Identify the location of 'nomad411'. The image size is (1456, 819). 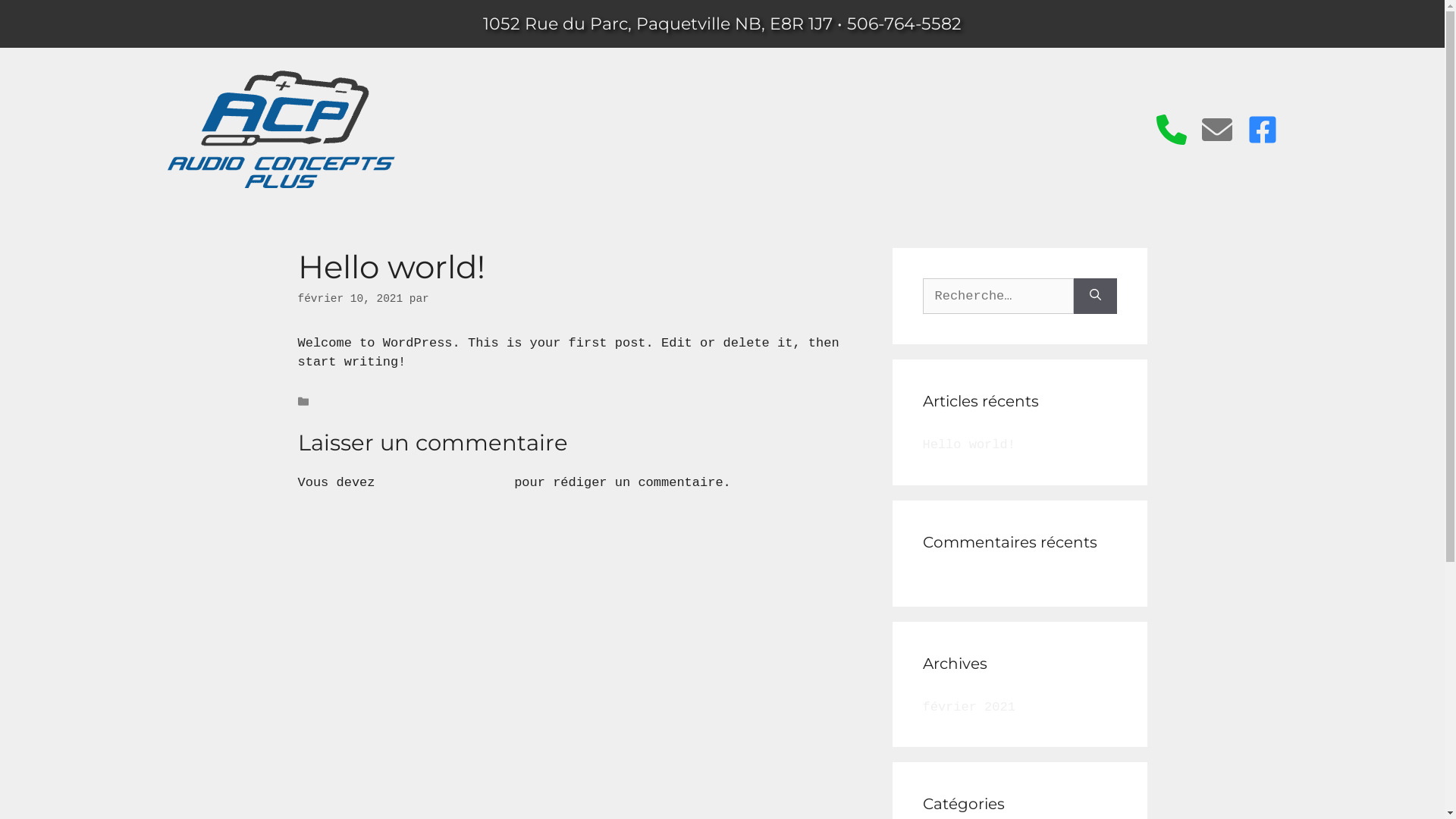
(435, 298).